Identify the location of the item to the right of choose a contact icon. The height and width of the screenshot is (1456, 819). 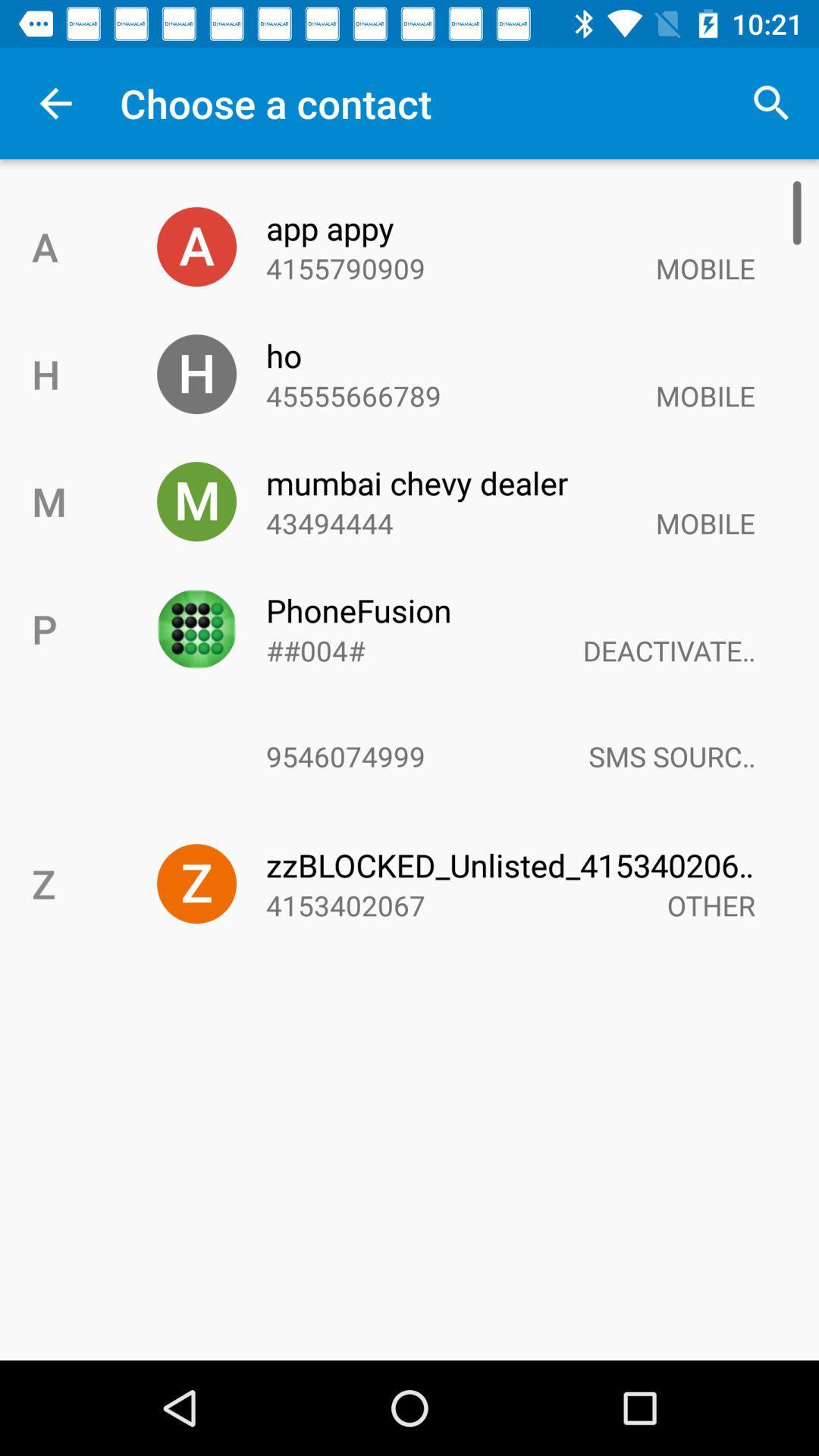
(771, 102).